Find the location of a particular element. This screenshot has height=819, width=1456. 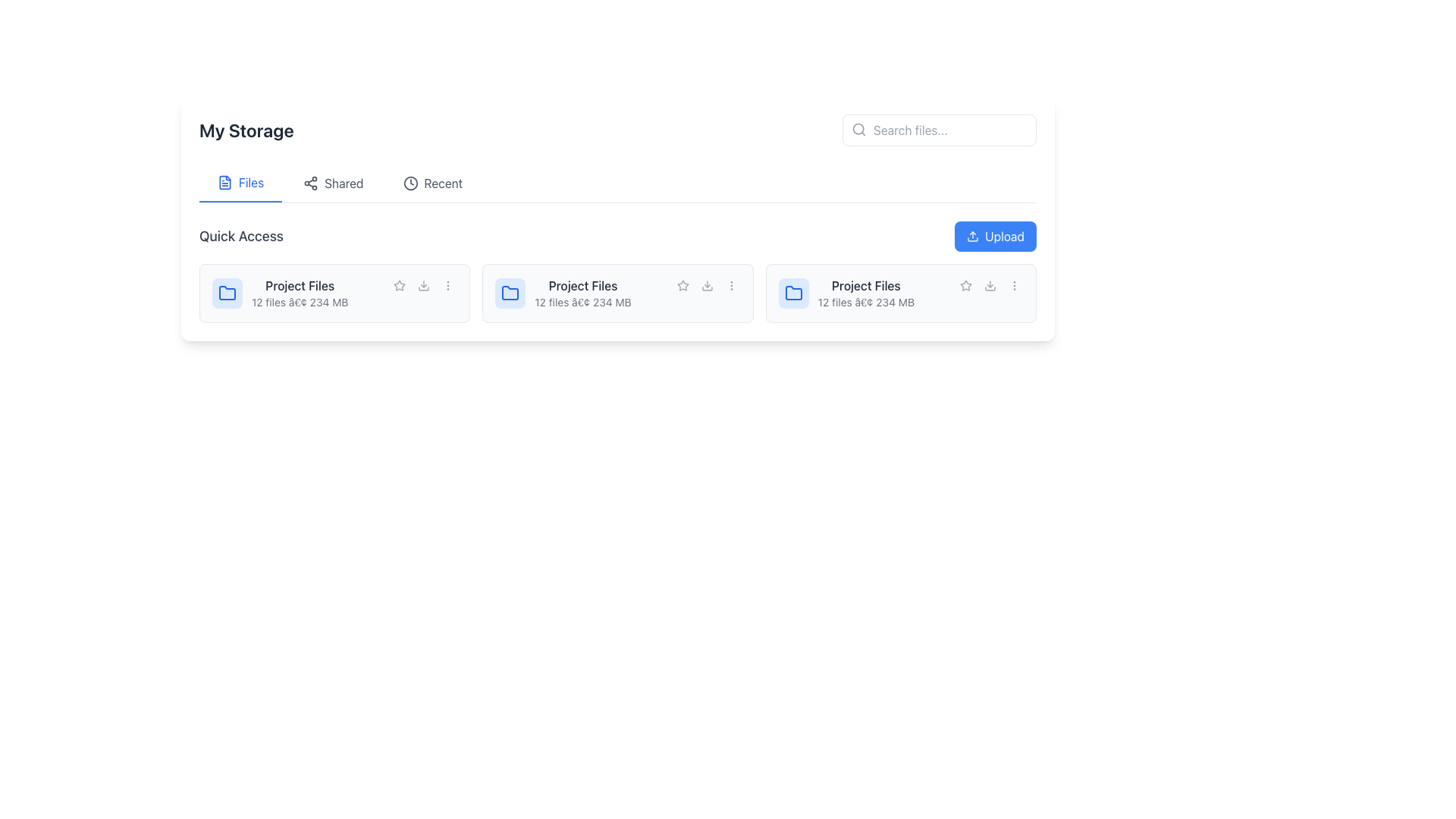

the clock icon located in the upper navigation bar of the 'My Storage' interface, directly to the left of the 'Recent' label is located at coordinates (410, 183).